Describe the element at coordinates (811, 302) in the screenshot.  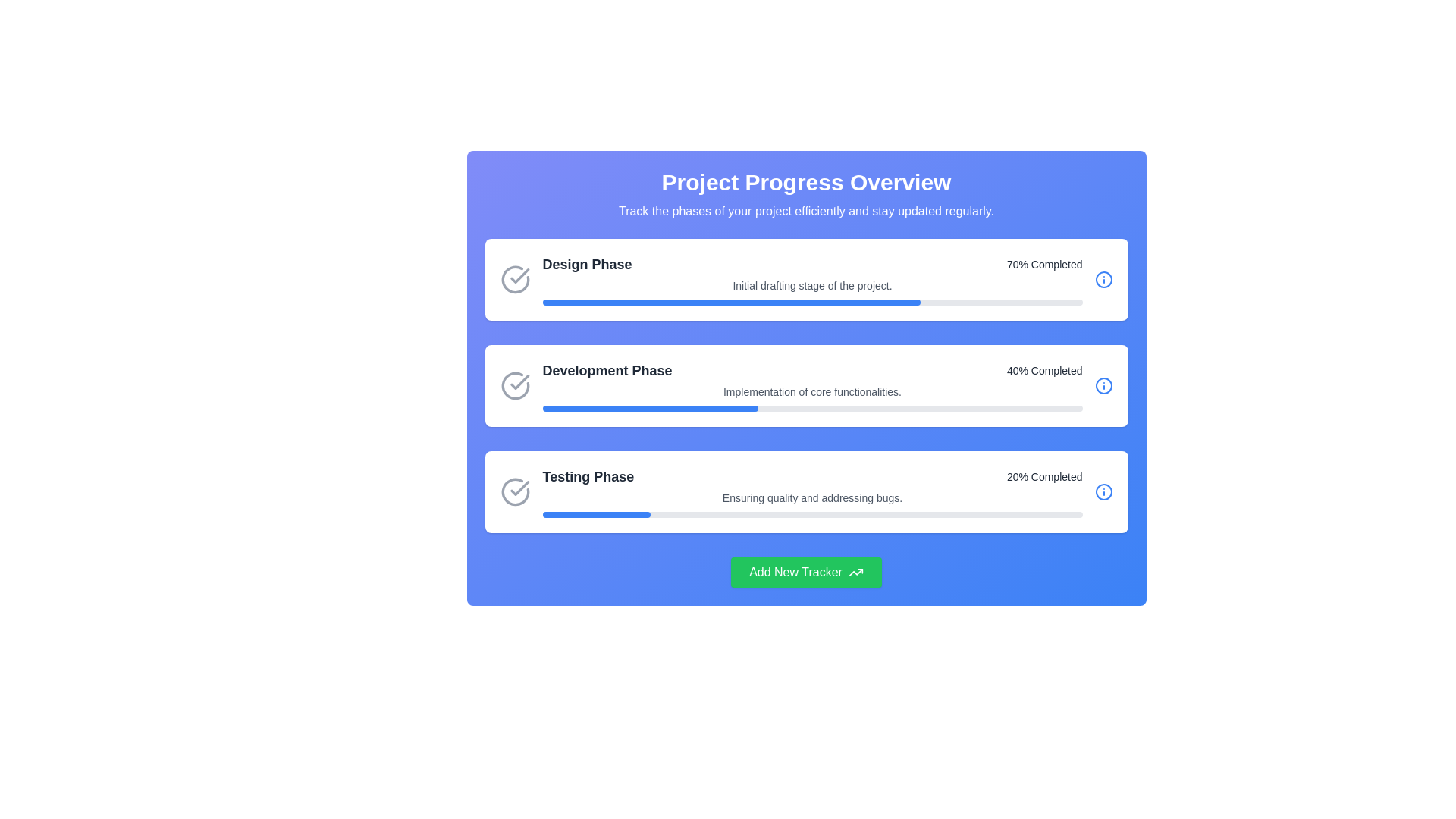
I see `the horizontal progress bar indicating 70% completion located in the 'Design Phase' section beneath the text 'Initial drafting stage of the project.'` at that location.